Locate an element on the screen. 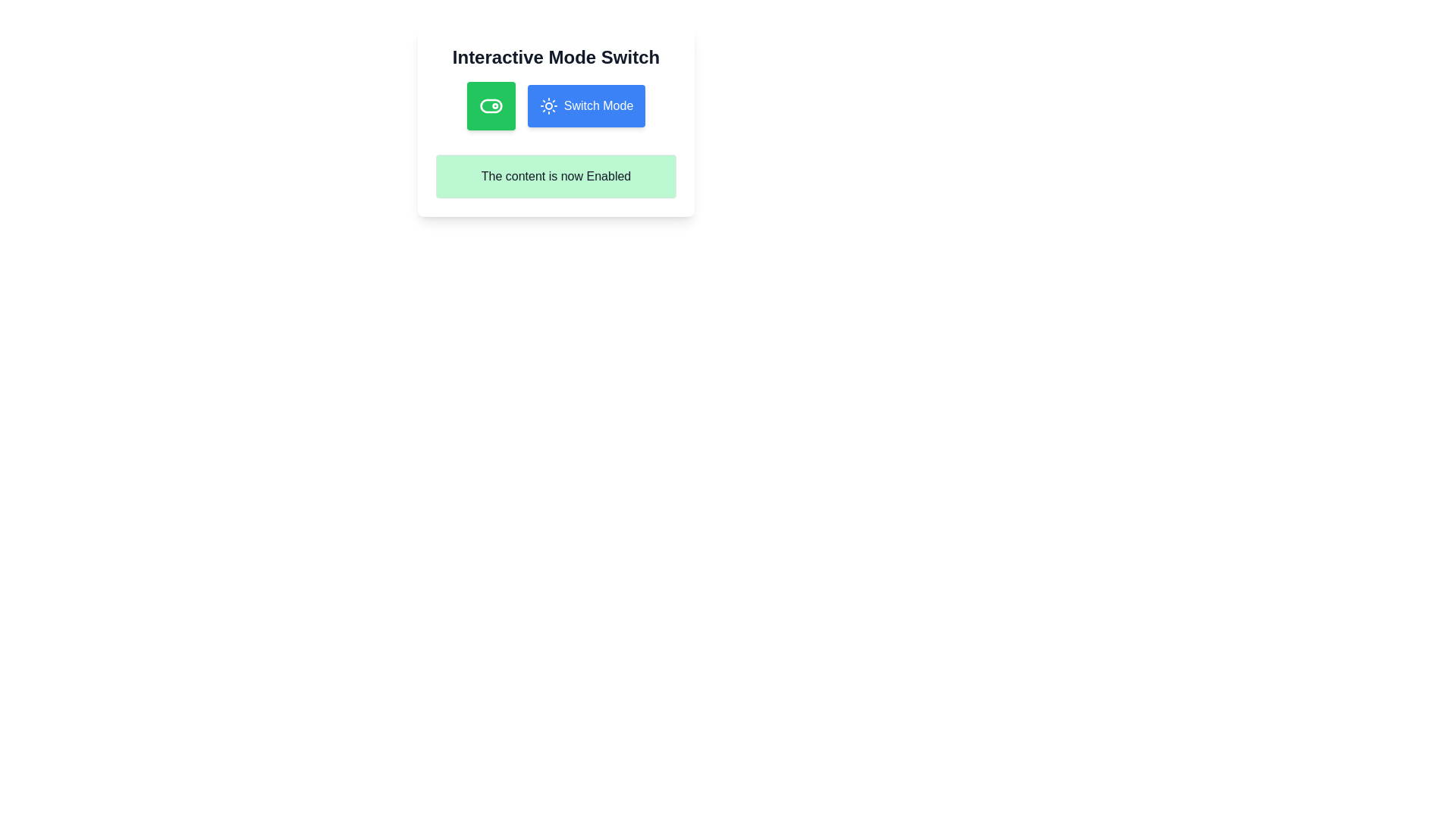 This screenshot has width=1456, height=819. the Vector icon (toggle switch) which indicates the 'Enabled' or 'On' state, located within a green button-like structure below the title 'Interactive Mode Switch' is located at coordinates (491, 105).